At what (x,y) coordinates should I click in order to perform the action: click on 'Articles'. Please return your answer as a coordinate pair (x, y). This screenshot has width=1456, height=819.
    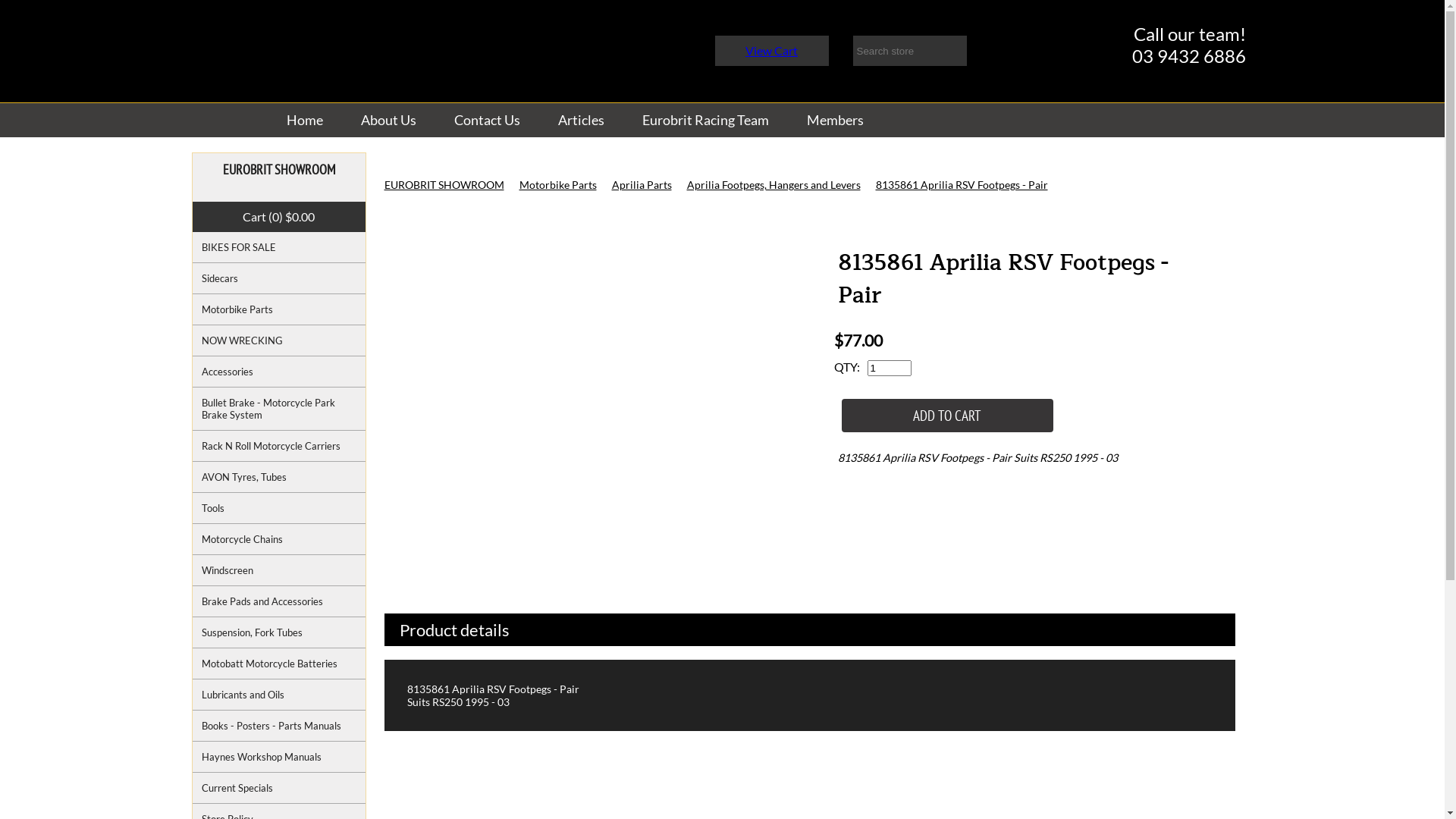
    Looking at the image, I should click on (579, 119).